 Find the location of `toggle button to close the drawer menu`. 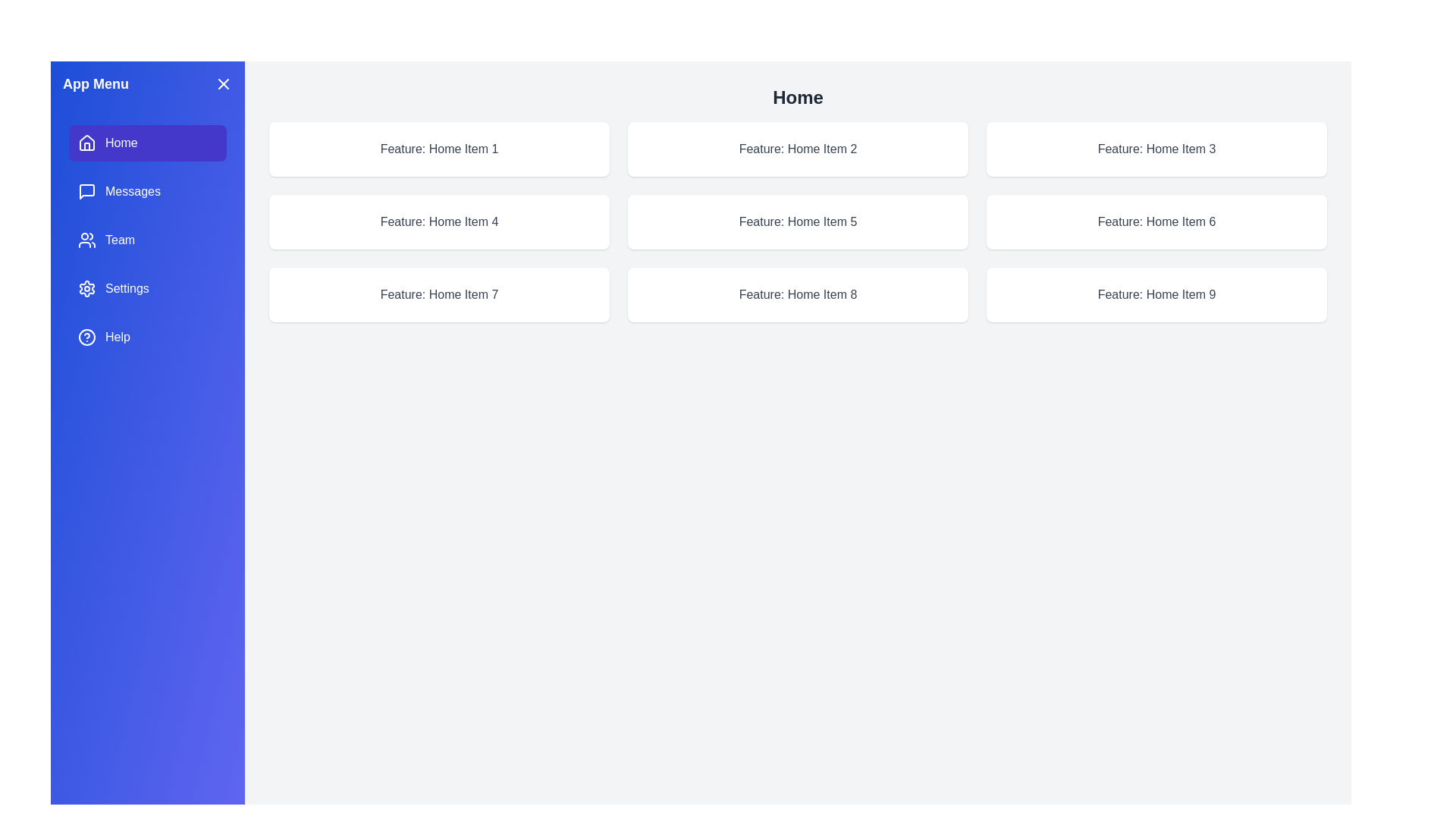

toggle button to close the drawer menu is located at coordinates (222, 84).